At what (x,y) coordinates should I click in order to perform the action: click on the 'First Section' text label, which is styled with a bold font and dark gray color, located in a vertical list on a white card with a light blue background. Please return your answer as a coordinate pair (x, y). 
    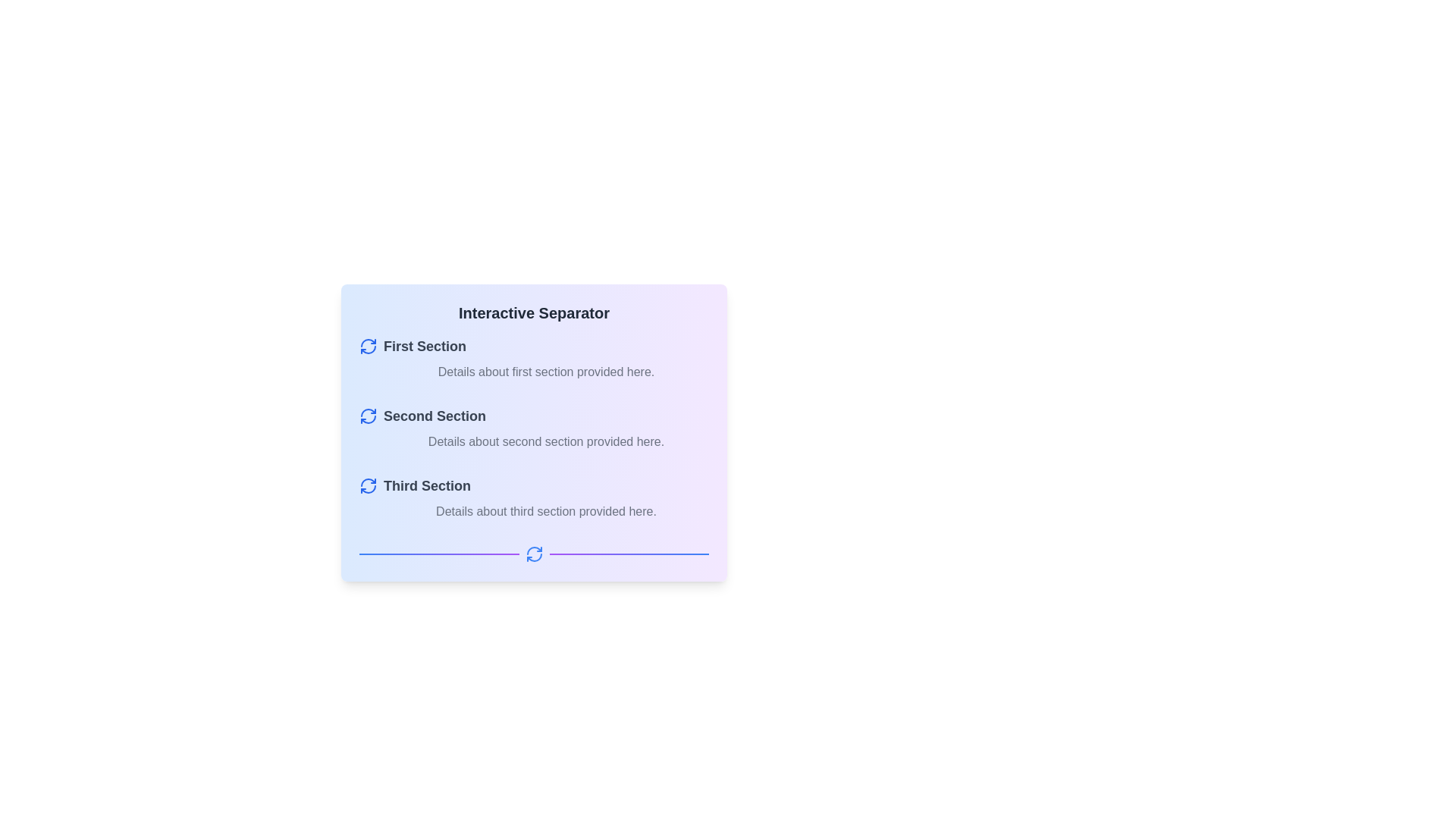
    Looking at the image, I should click on (425, 346).